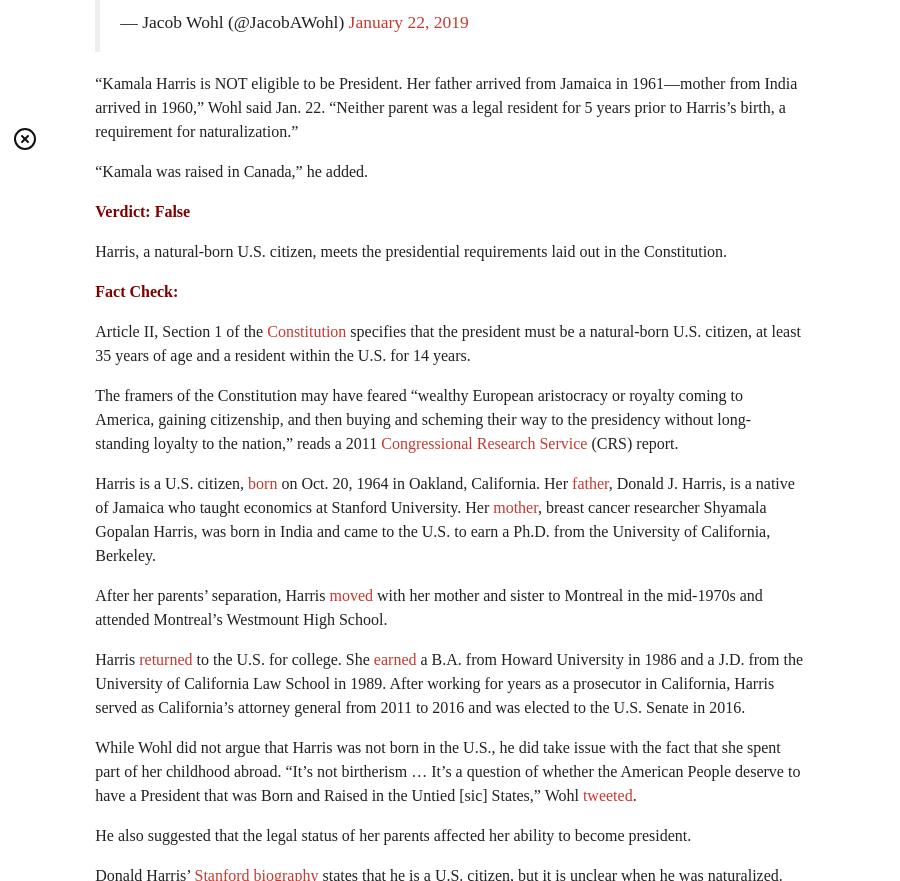 This screenshot has width=900, height=881. What do you see at coordinates (632, 443) in the screenshot?
I see `'(CRS) report.'` at bounding box center [632, 443].